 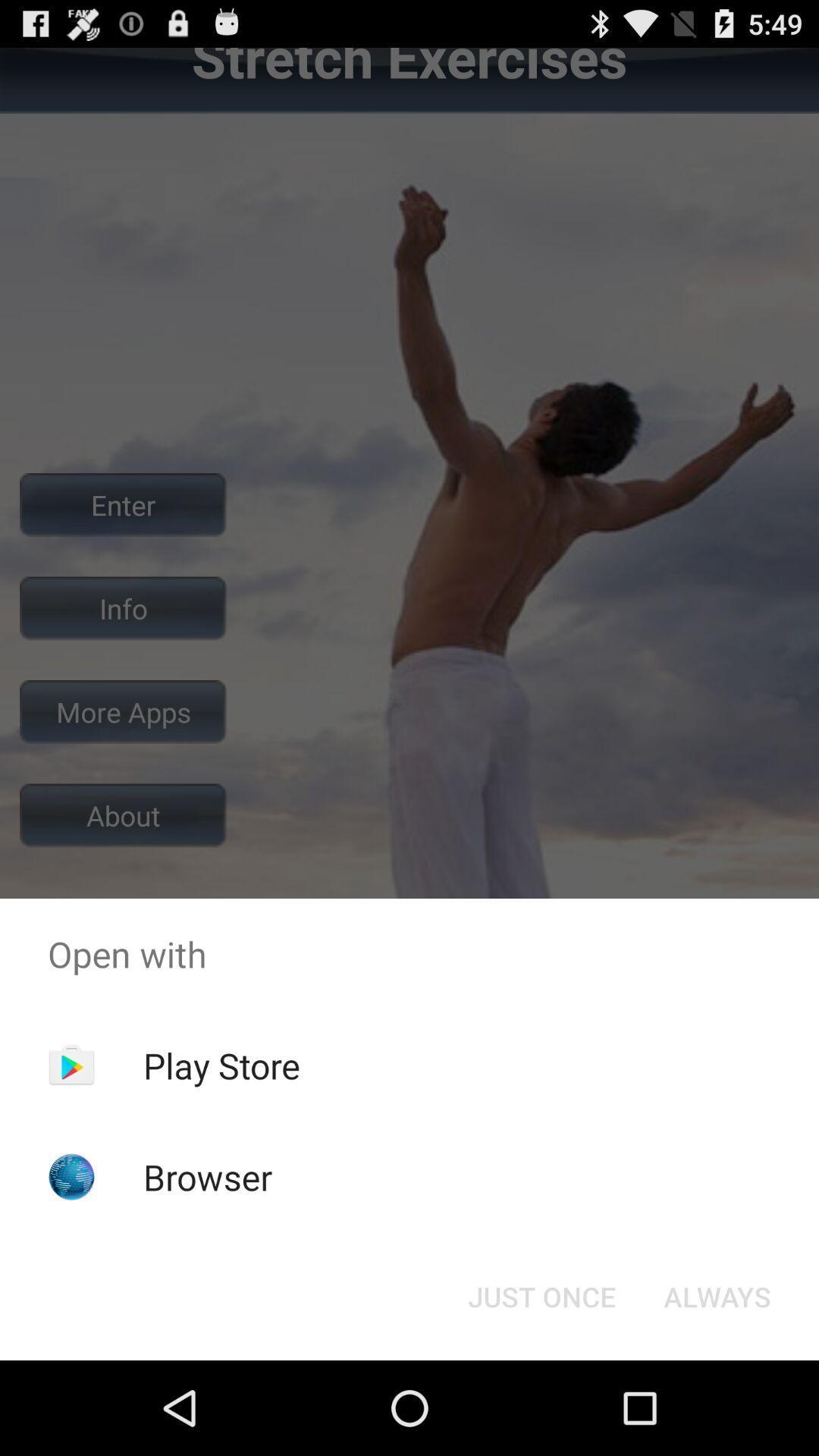 What do you see at coordinates (717, 1295) in the screenshot?
I see `app below open with item` at bounding box center [717, 1295].